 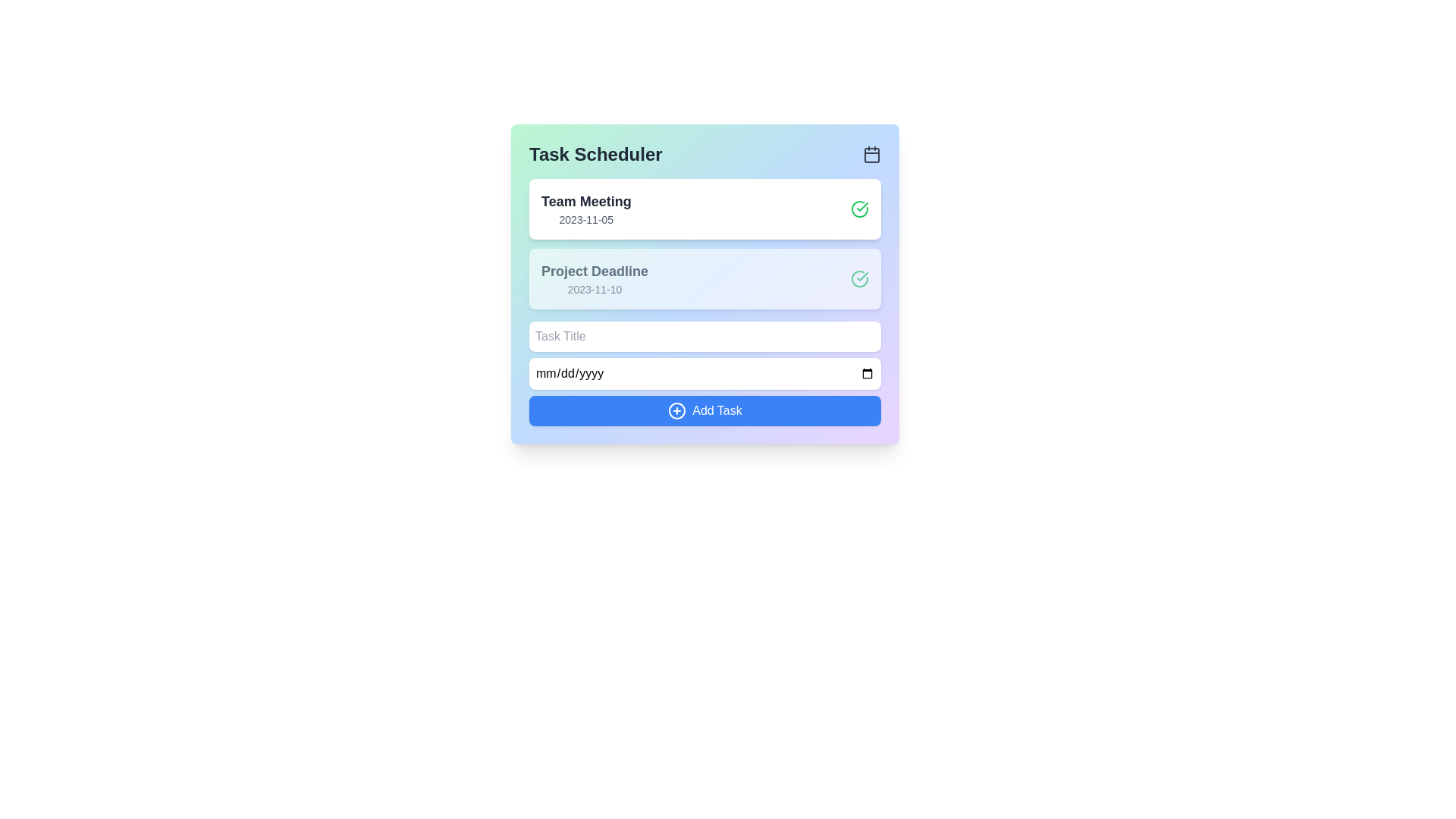 What do you see at coordinates (704, 411) in the screenshot?
I see `the 'Add Task' button located at the bottom of the vertical stack of elements, which is directly below the date selection and task title input fields` at bounding box center [704, 411].